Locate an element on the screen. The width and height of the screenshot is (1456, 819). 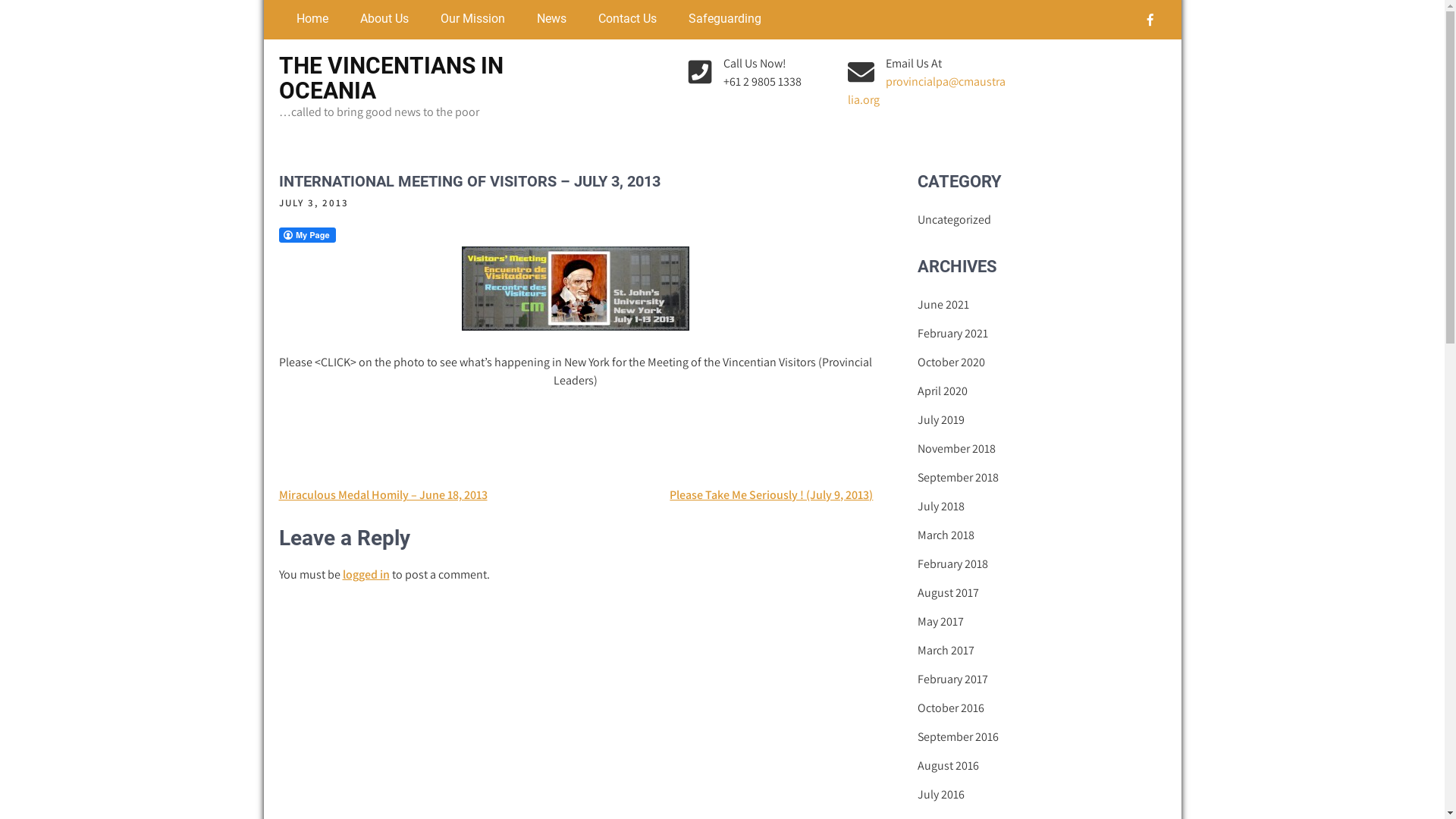
'March 2018' is located at coordinates (945, 534).